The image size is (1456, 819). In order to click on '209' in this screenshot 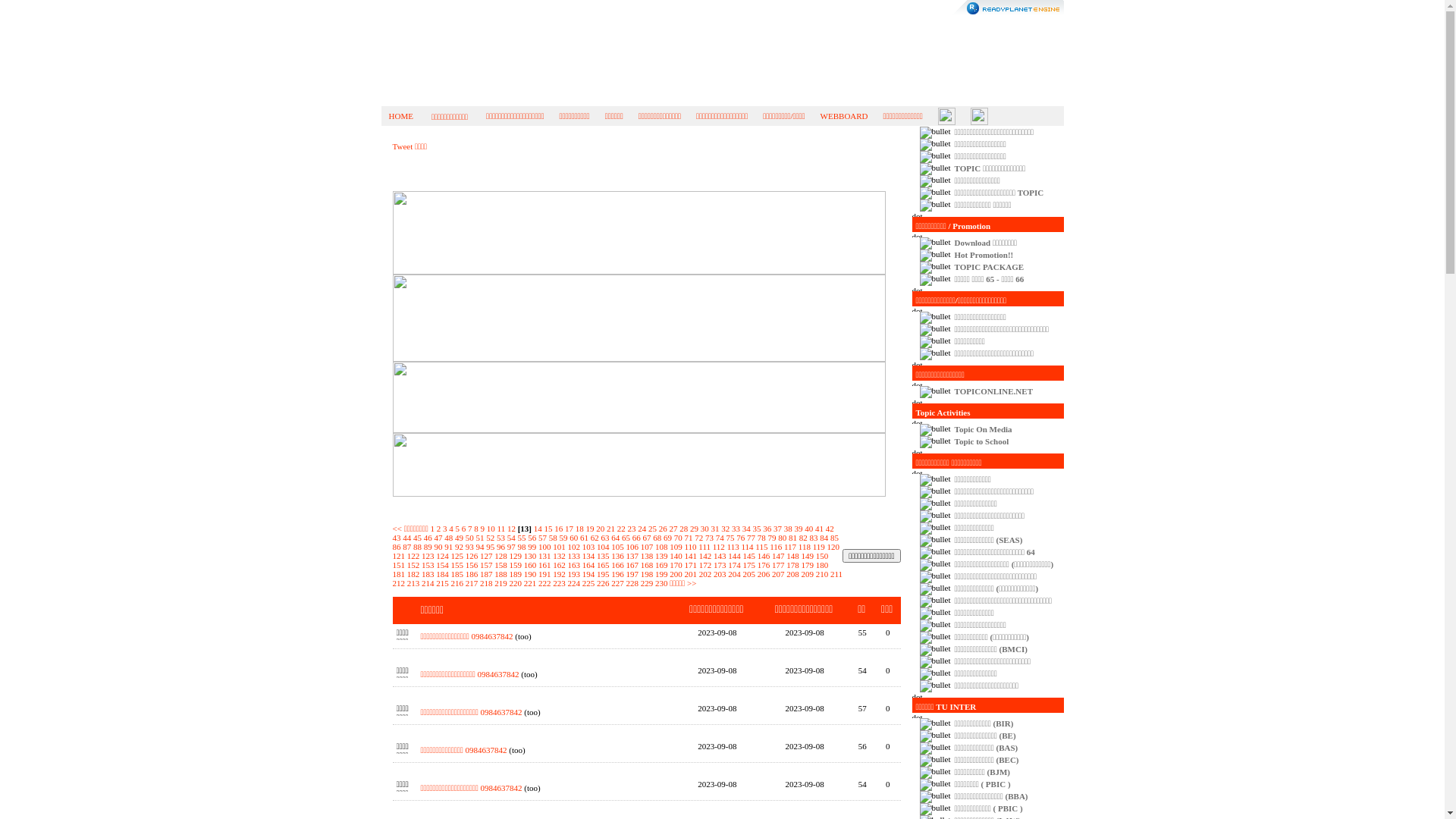, I will do `click(806, 573)`.